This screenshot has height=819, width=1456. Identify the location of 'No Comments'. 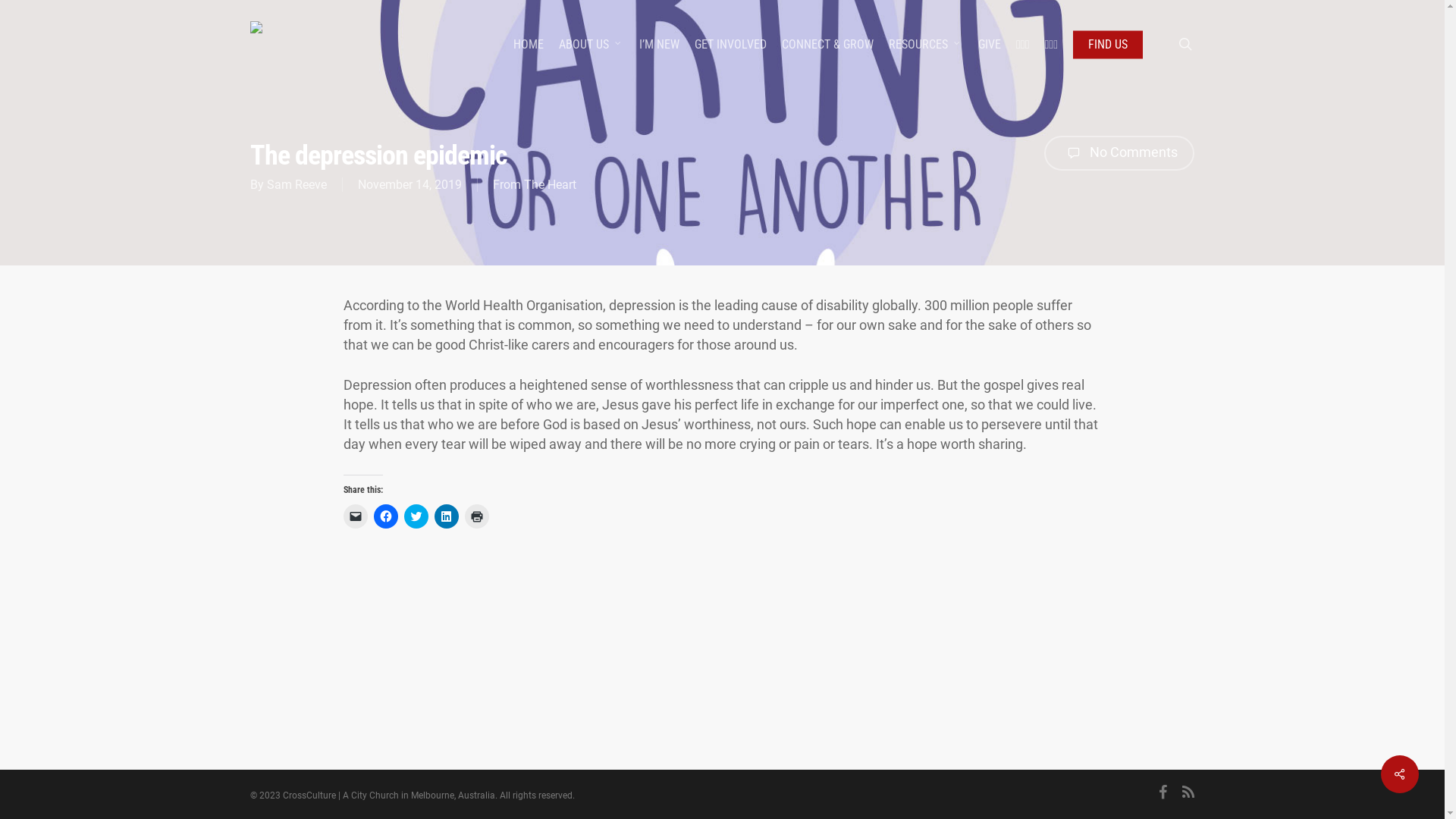
(1119, 152).